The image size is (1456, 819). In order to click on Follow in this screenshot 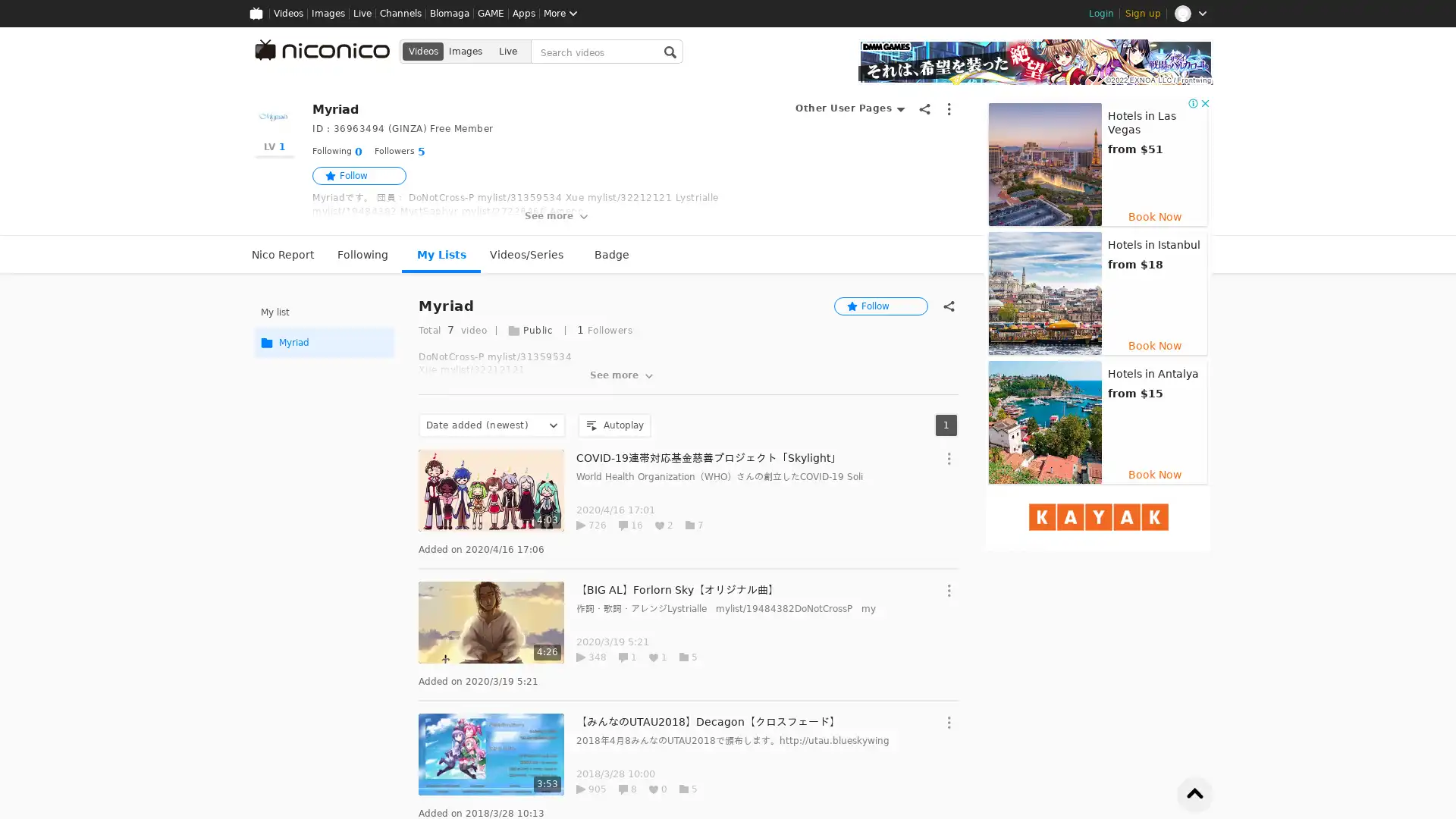, I will do `click(359, 174)`.